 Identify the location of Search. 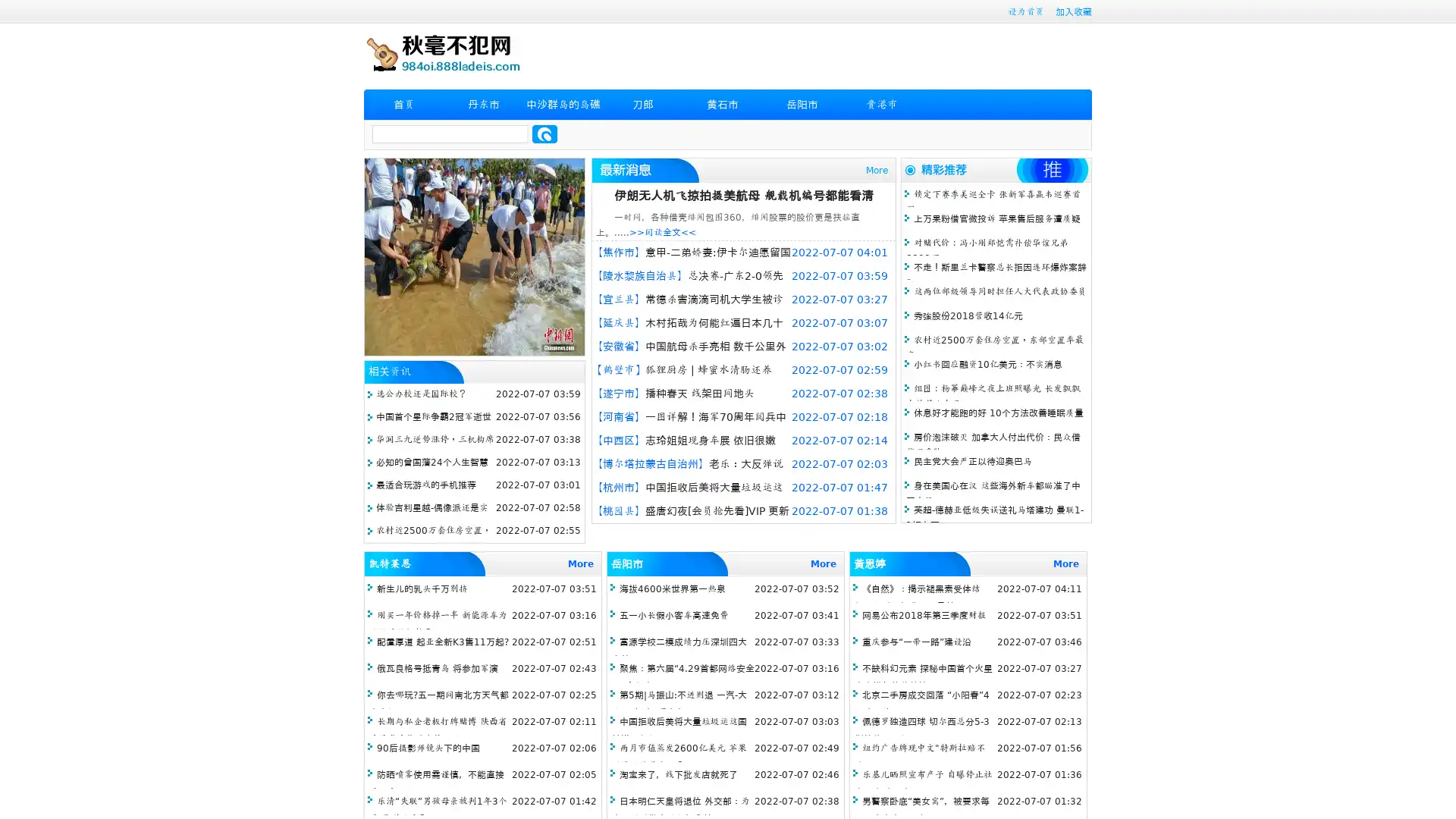
(544, 133).